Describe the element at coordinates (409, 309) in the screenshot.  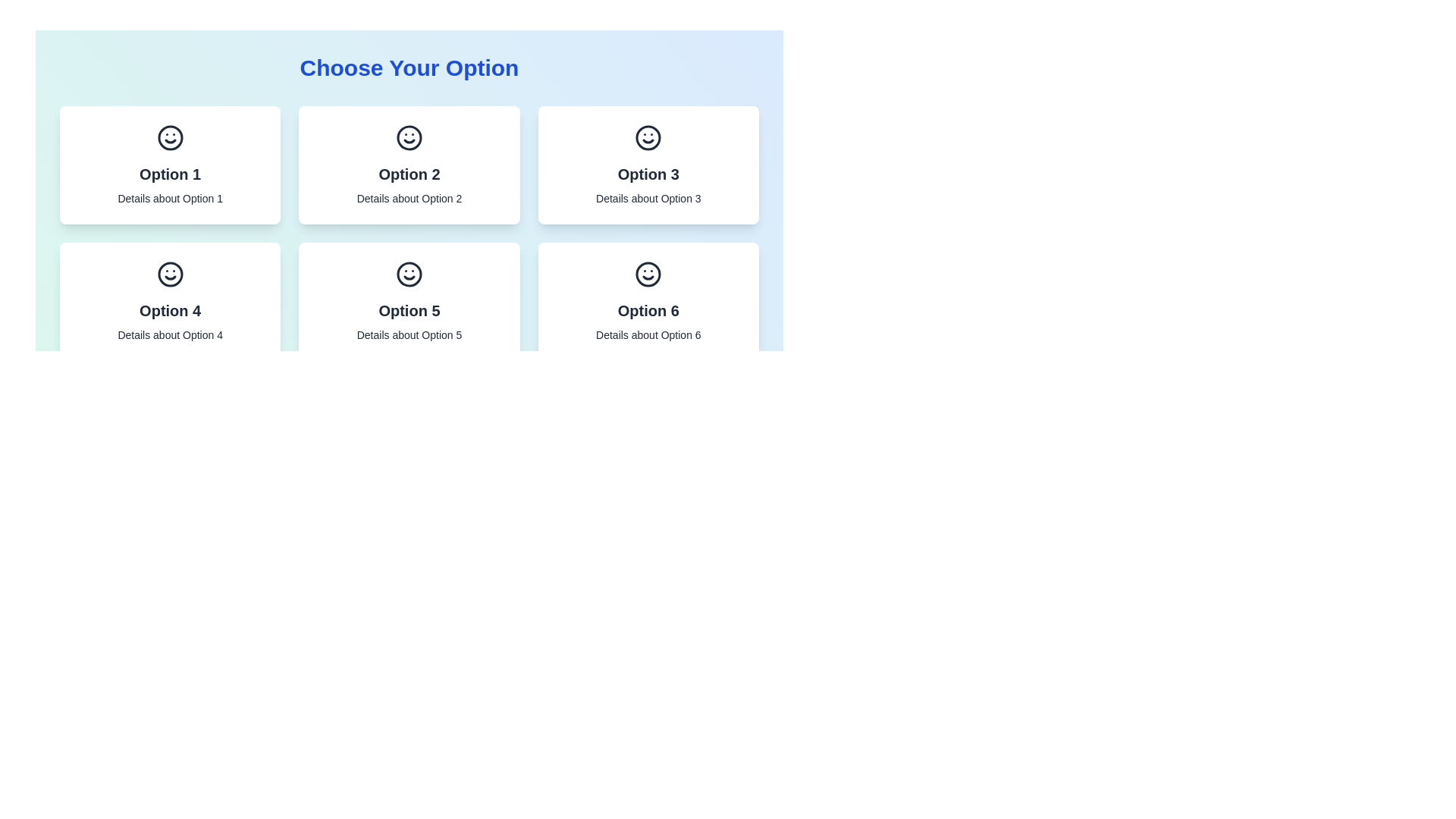
I see `the text label indicating 'Option 5' which is located in the center column of the second row, above the smaller text 'Details about Option 5'` at that location.